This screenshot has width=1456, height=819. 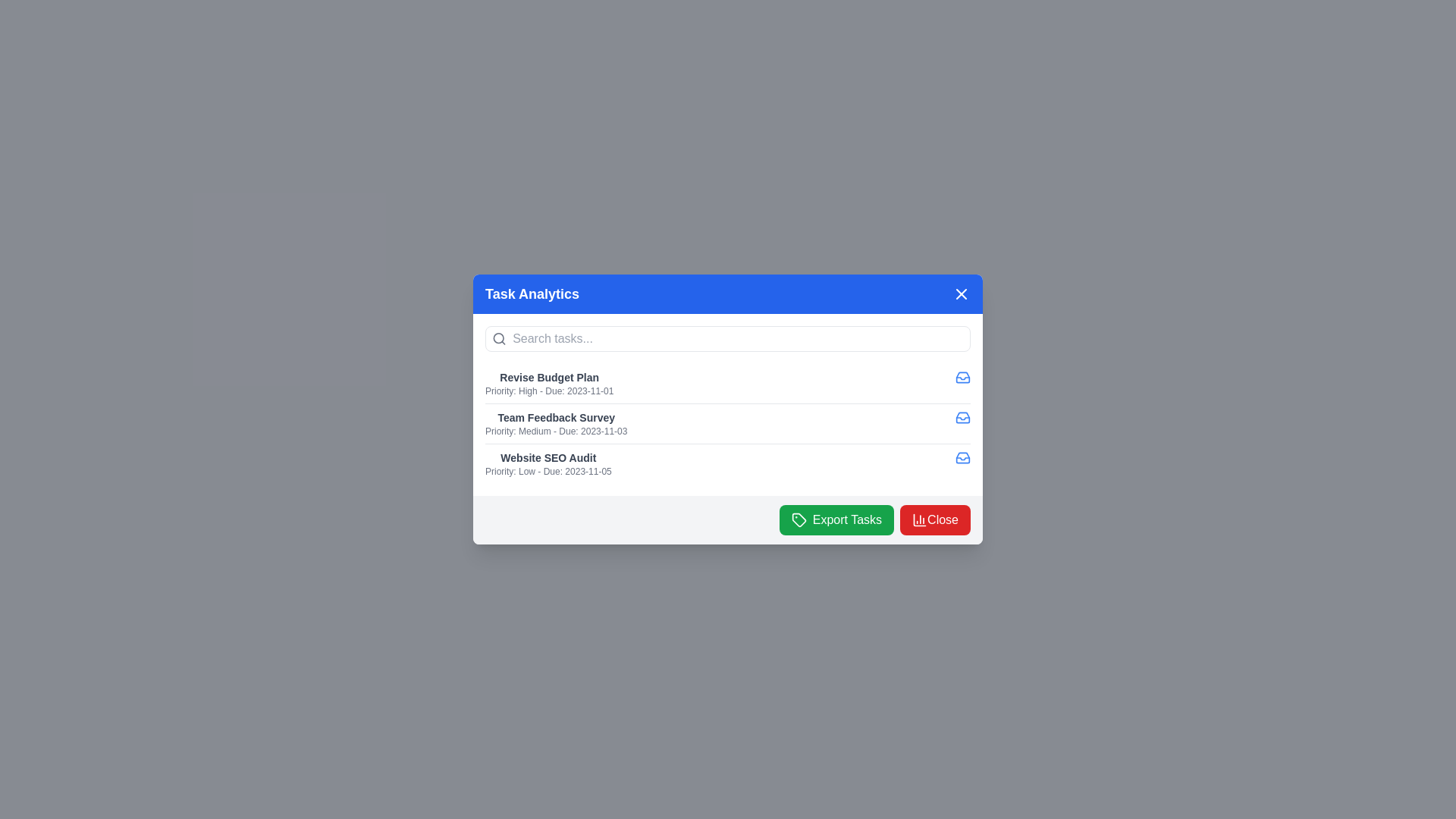 What do you see at coordinates (555, 424) in the screenshot?
I see `the 'Team Feedback Survey' list item in the Task Analytics section` at bounding box center [555, 424].